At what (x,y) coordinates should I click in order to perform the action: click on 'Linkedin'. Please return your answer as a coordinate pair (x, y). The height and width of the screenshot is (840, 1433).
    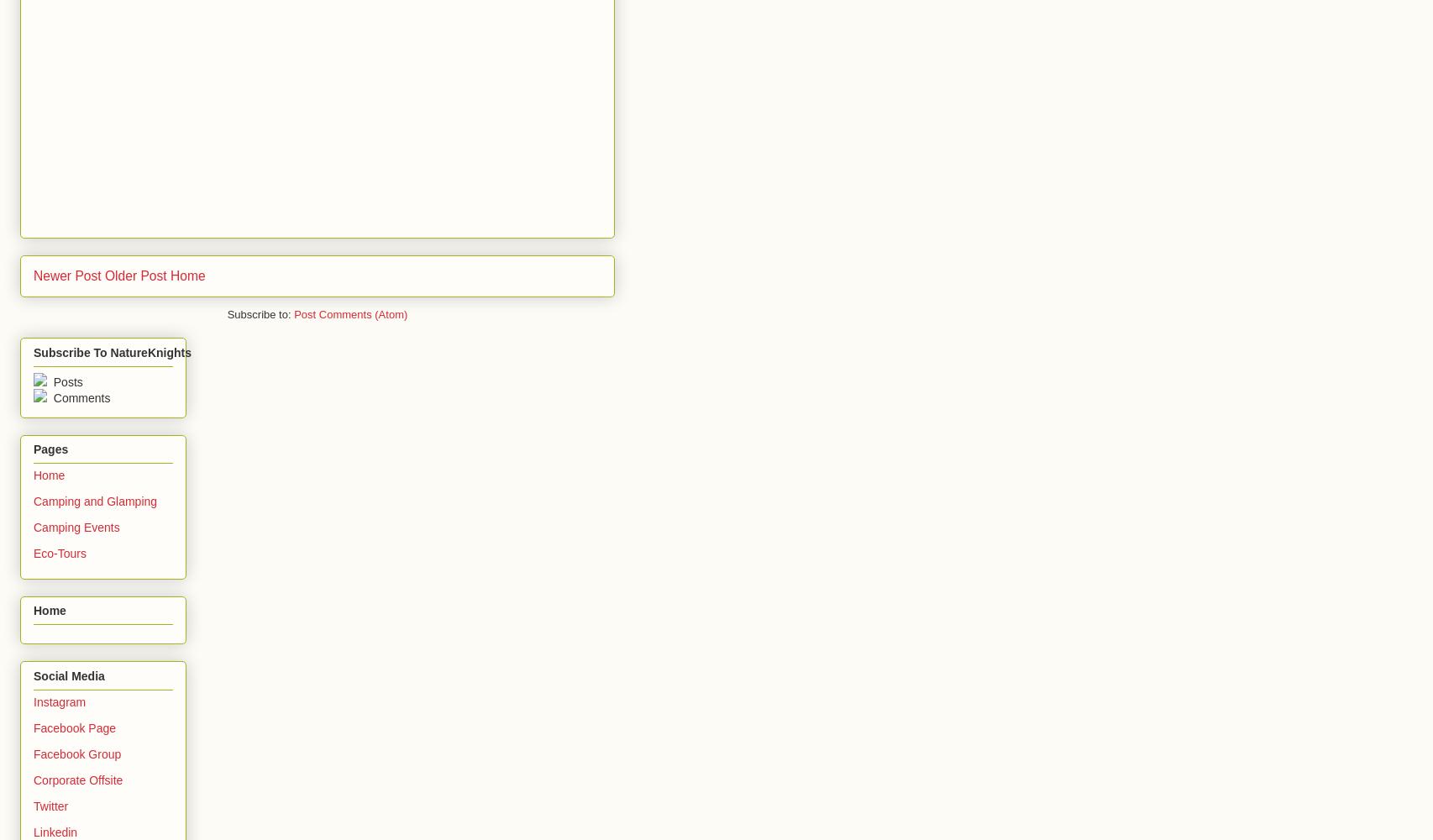
    Looking at the image, I should click on (55, 831).